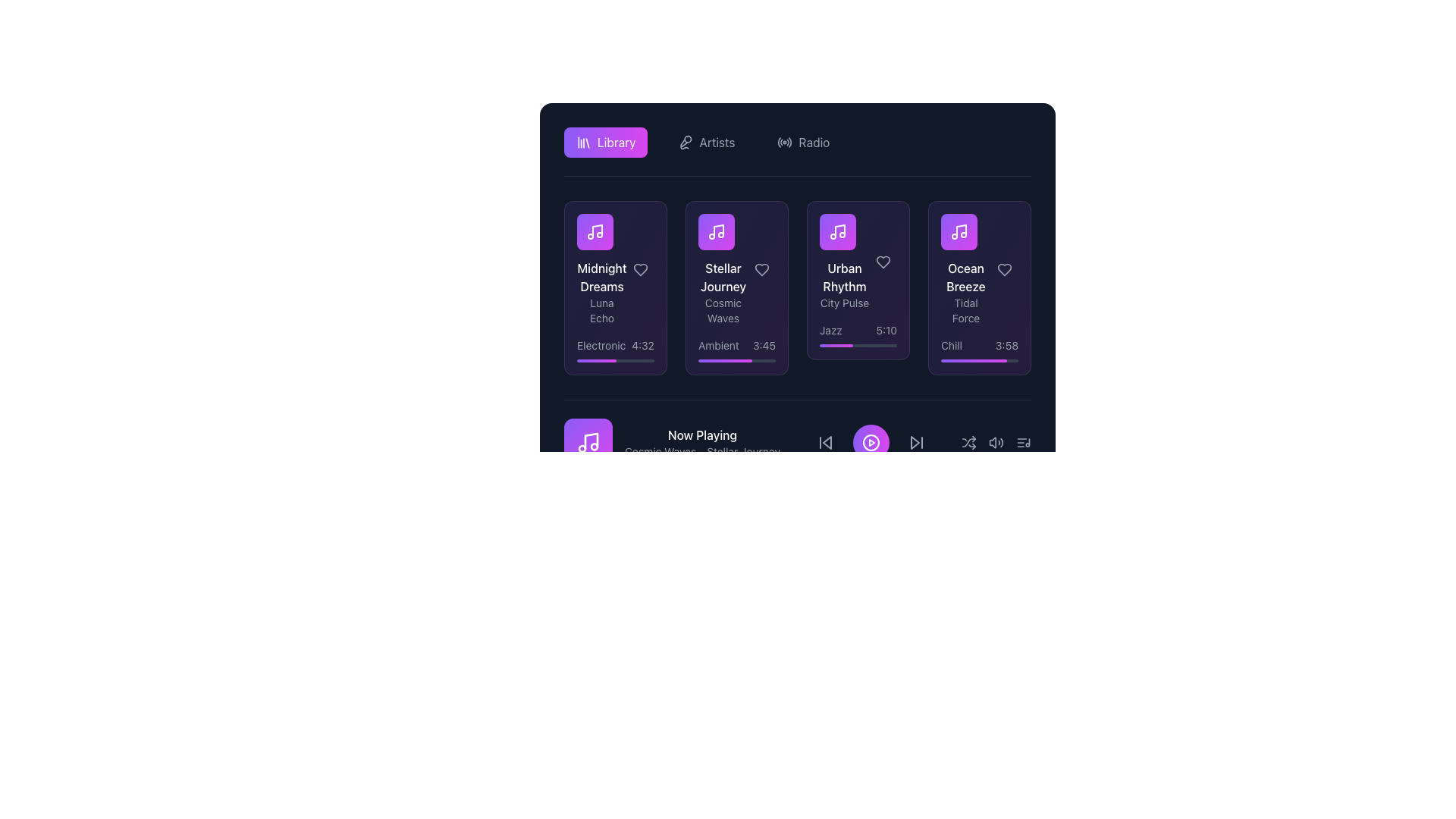  Describe the element at coordinates (996, 442) in the screenshot. I see `the volume control button located in the bottom-right corner of the page to change its color` at that location.